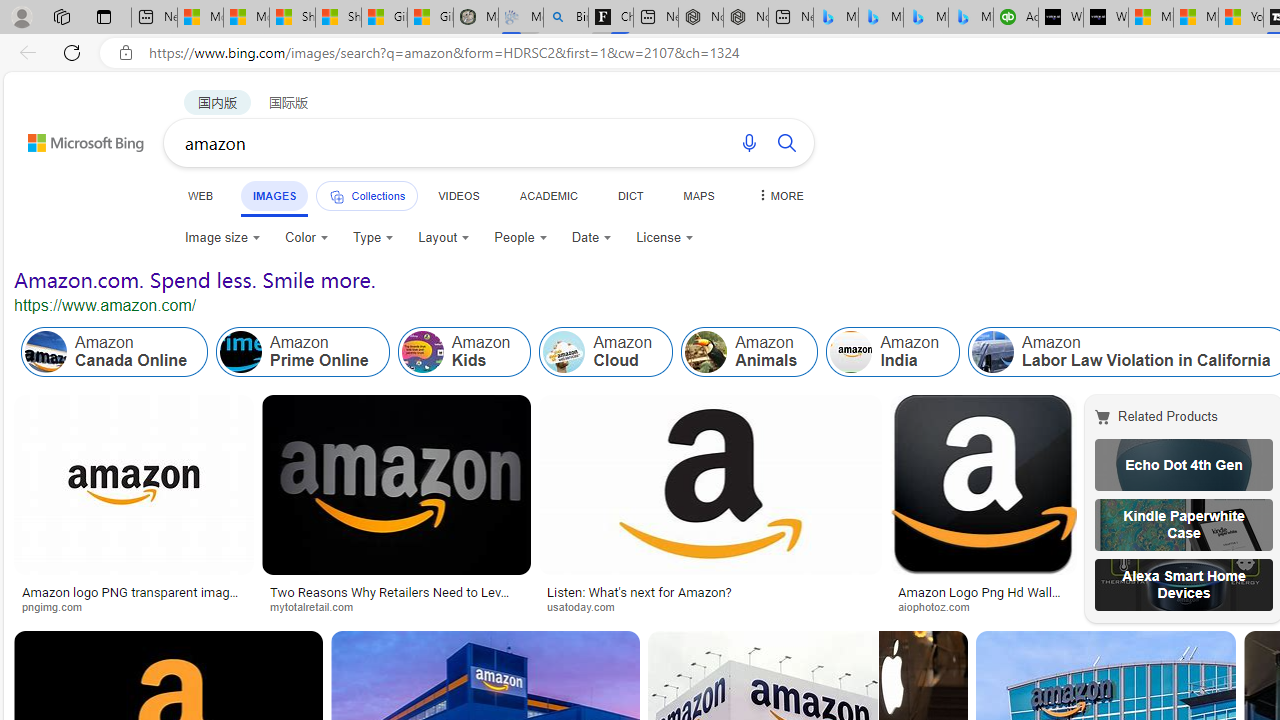 The width and height of the screenshot is (1280, 720). What do you see at coordinates (892, 351) in the screenshot?
I see `'Class: item col'` at bounding box center [892, 351].